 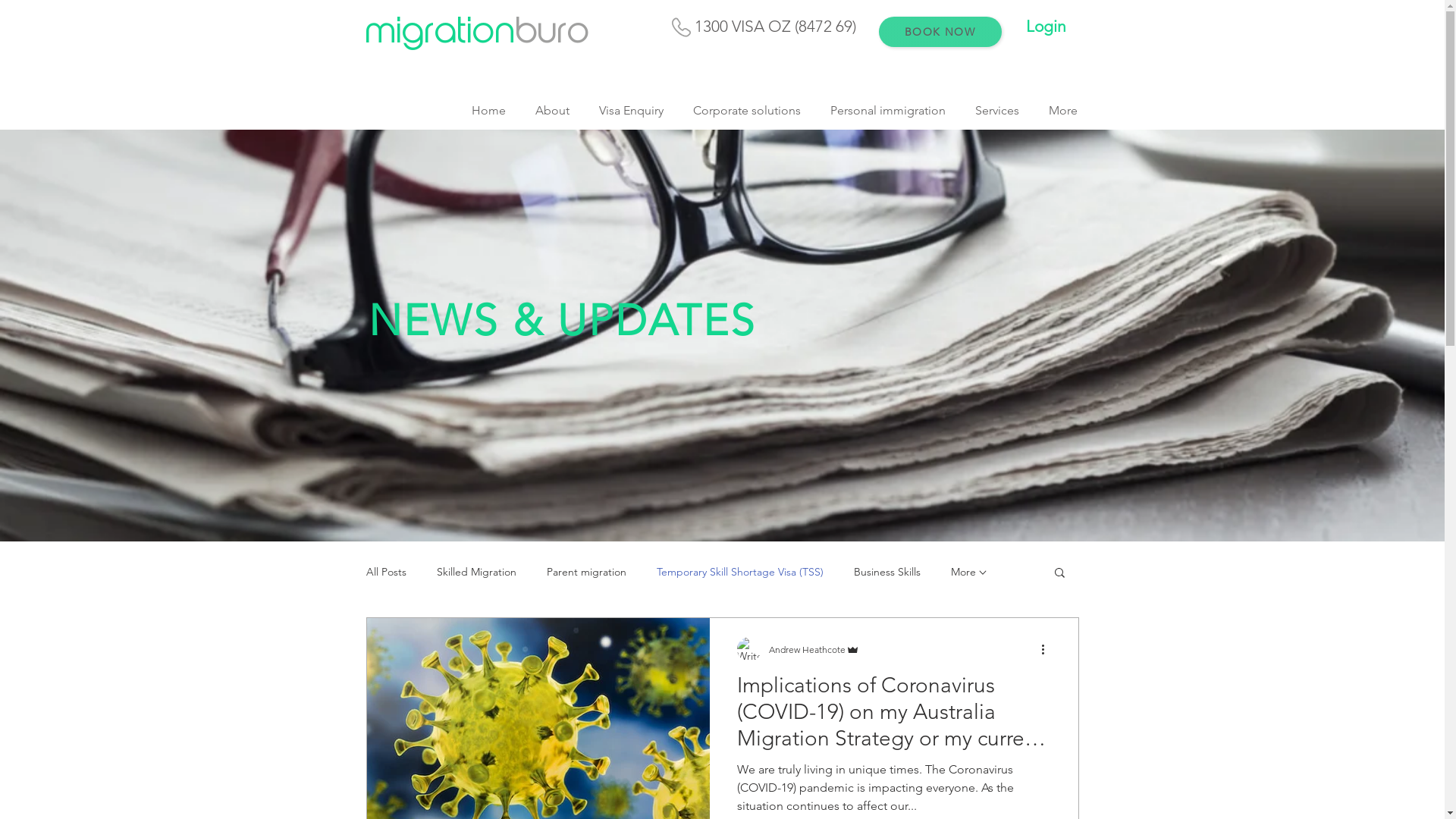 I want to click on 'Services', so click(x=996, y=110).